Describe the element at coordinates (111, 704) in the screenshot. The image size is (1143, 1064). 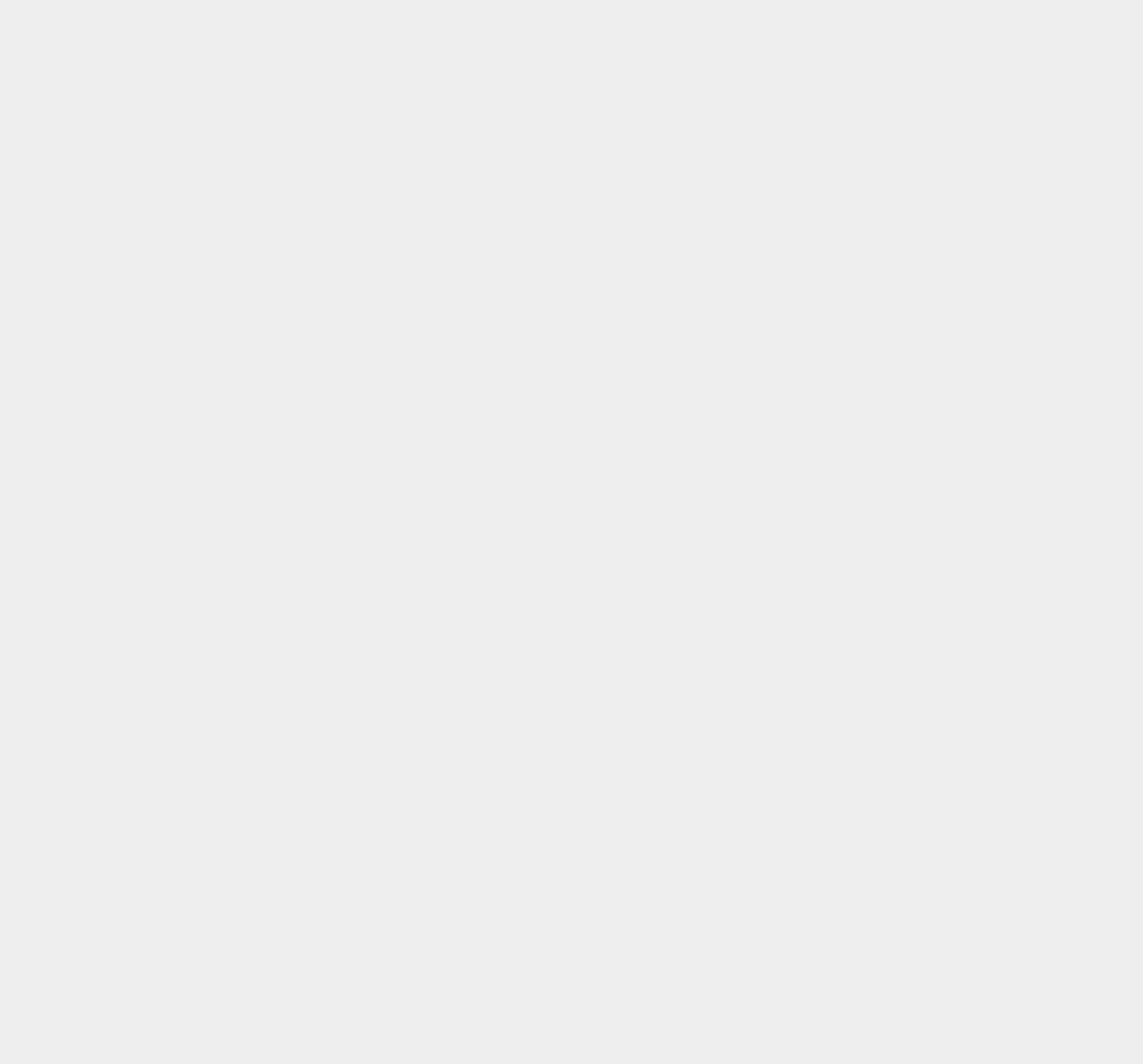
I see `'All rights reserved.'` at that location.